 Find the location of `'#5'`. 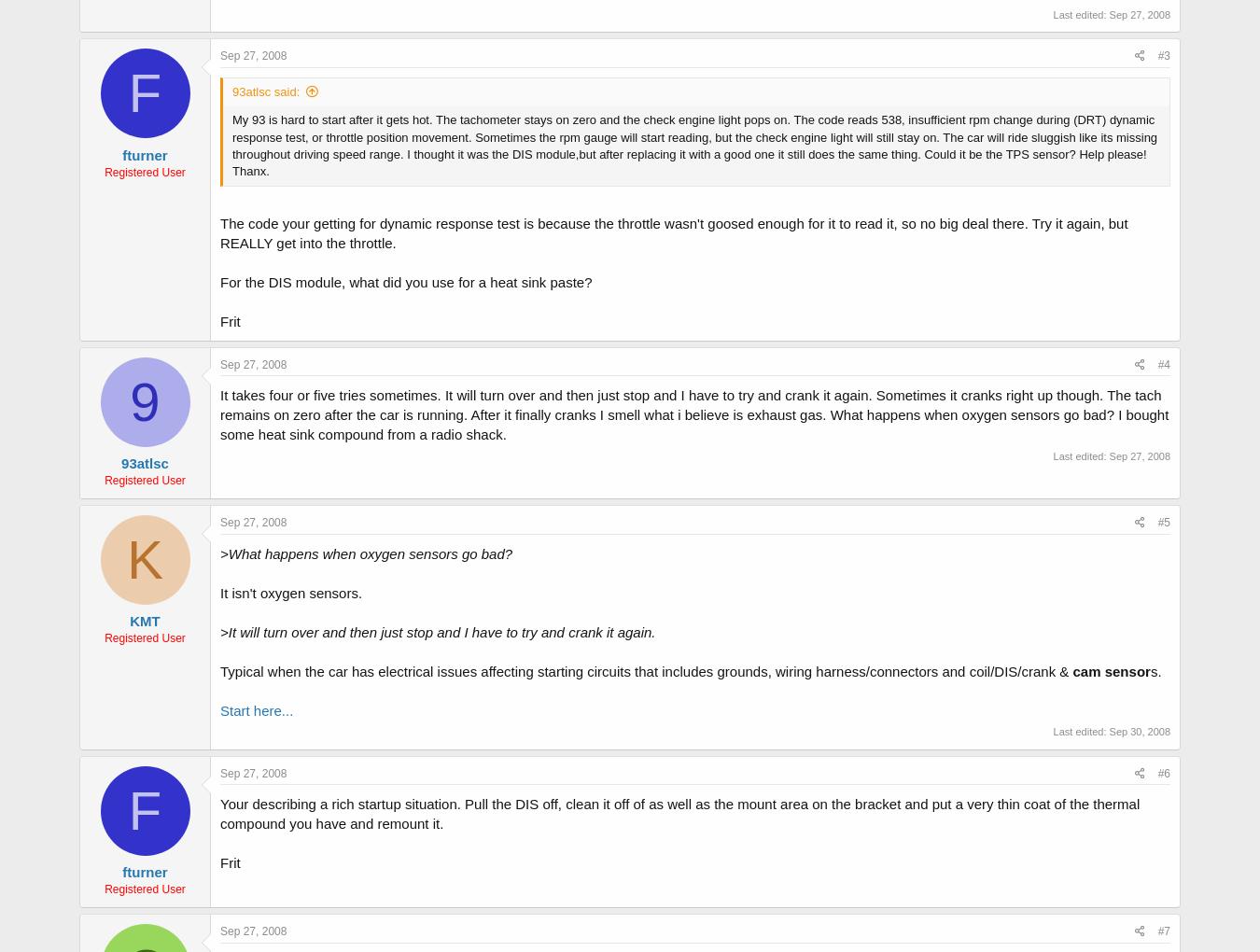

'#5' is located at coordinates (1163, 521).